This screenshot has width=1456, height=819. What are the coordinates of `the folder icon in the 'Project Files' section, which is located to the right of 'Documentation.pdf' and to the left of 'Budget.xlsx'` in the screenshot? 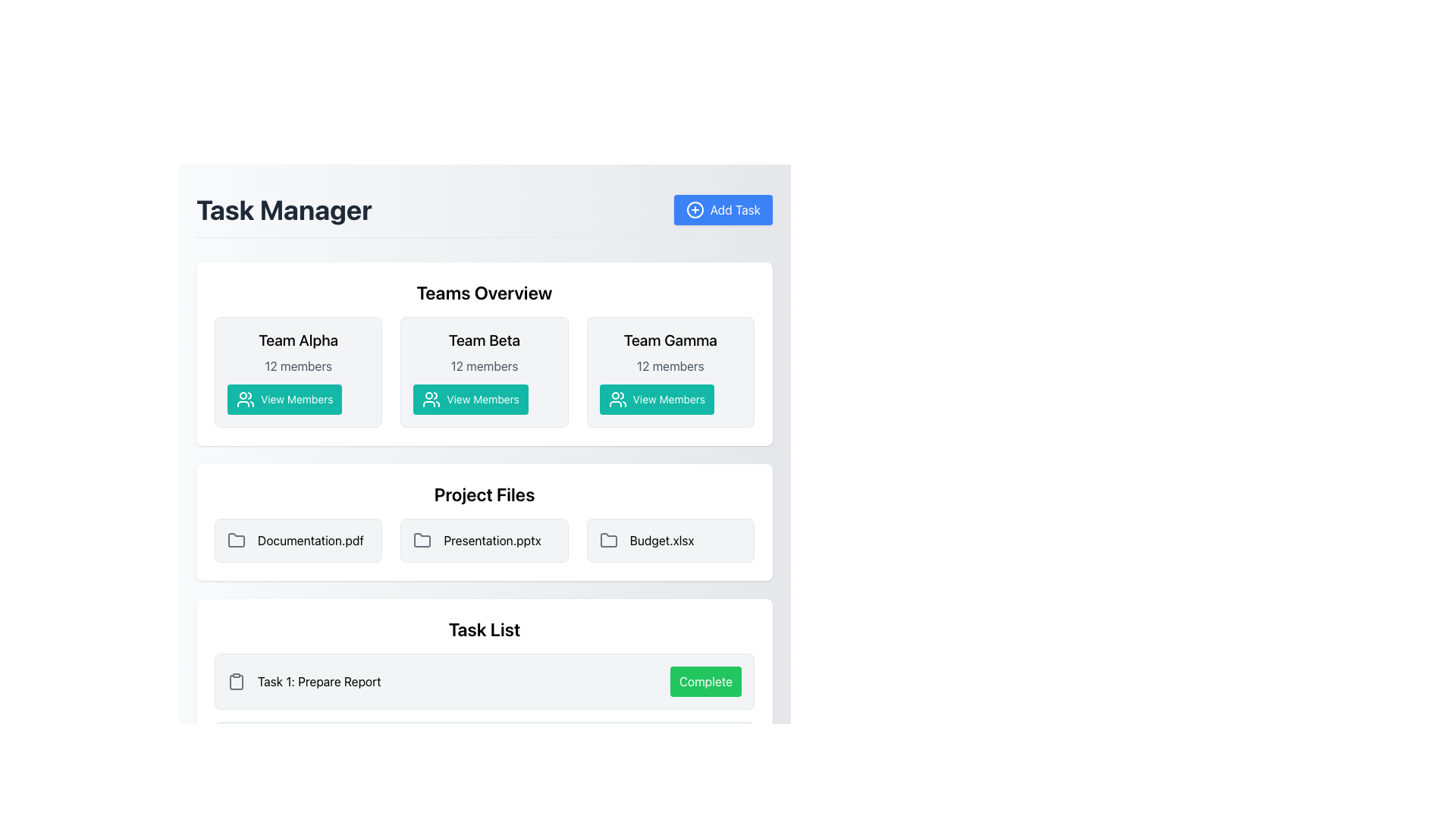 It's located at (236, 539).